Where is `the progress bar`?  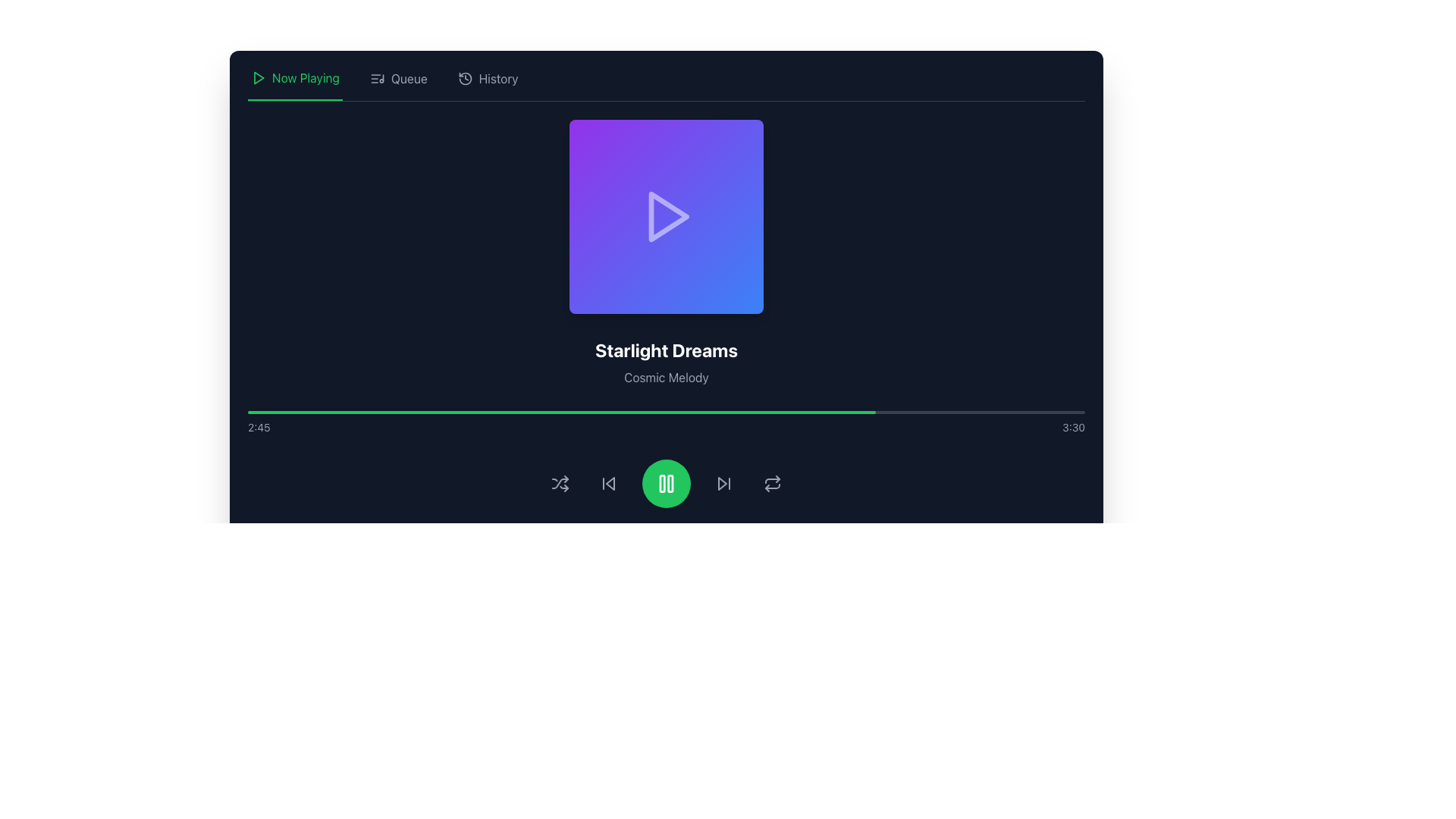 the progress bar is located at coordinates (482, 412).